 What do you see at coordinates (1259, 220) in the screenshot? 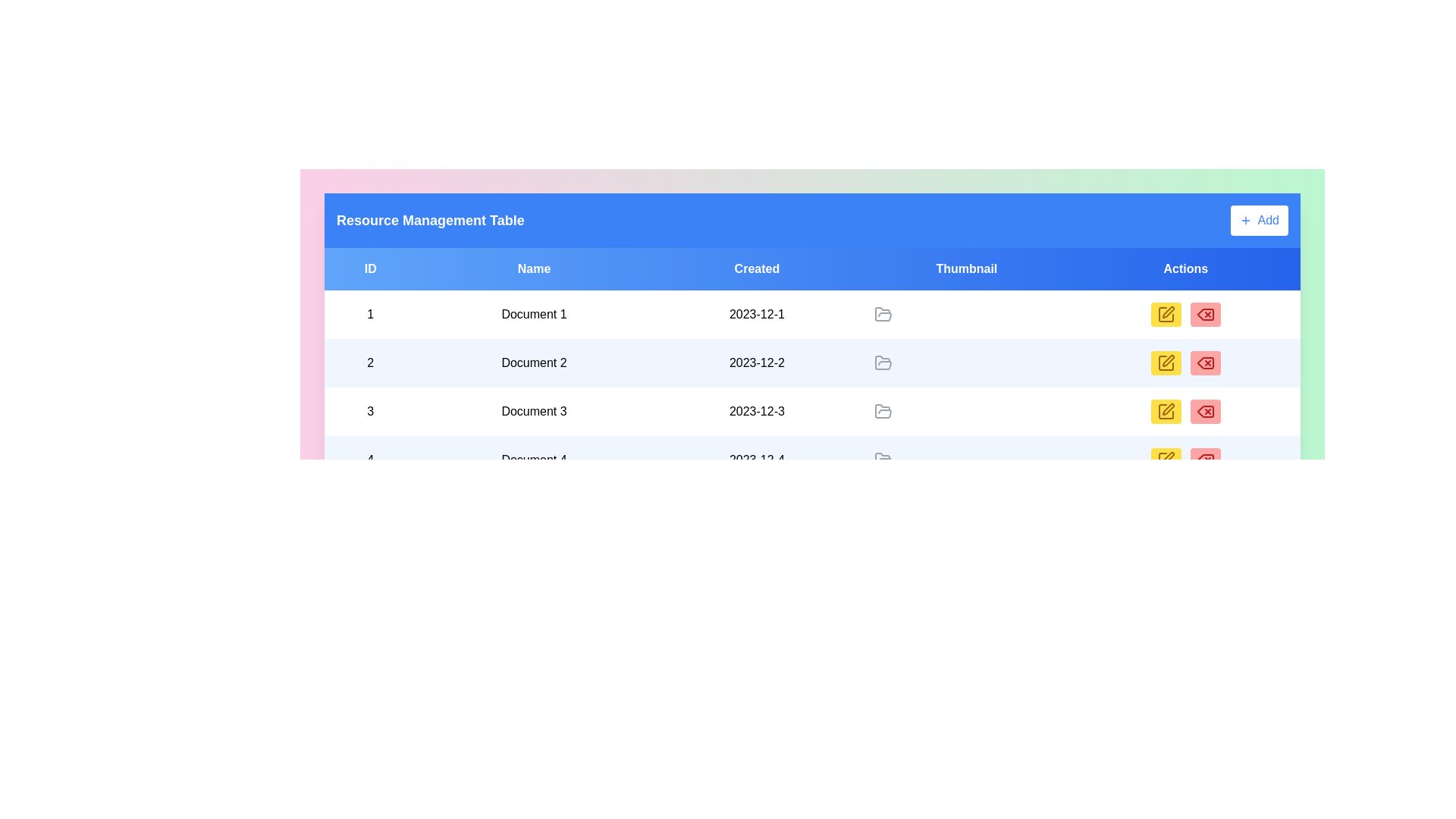
I see `'Add' button to add a new item to the table` at bounding box center [1259, 220].